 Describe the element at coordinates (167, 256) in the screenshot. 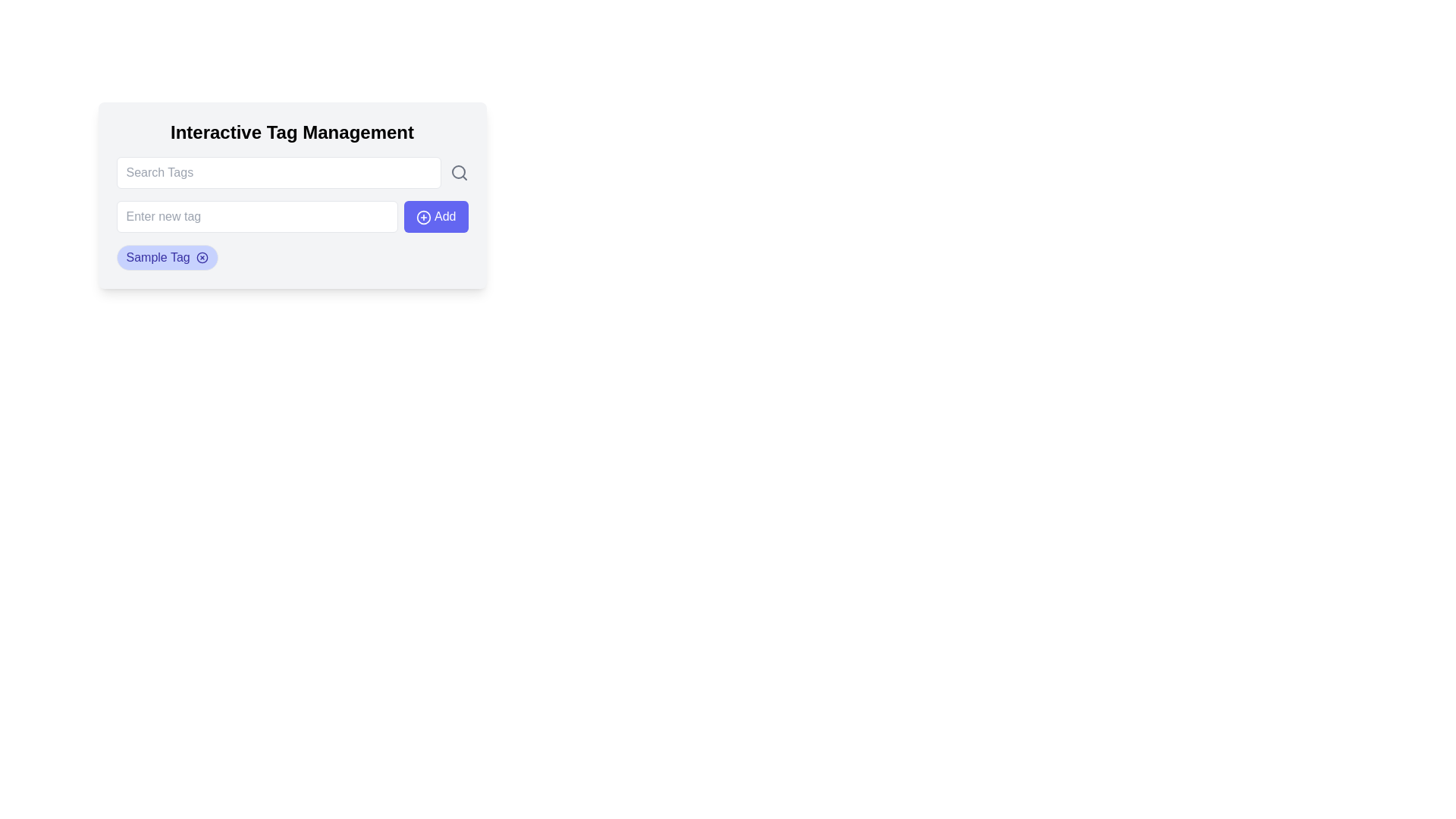

I see `the 'x' button on the right side of the light blue 'Sample Tag'` at that location.